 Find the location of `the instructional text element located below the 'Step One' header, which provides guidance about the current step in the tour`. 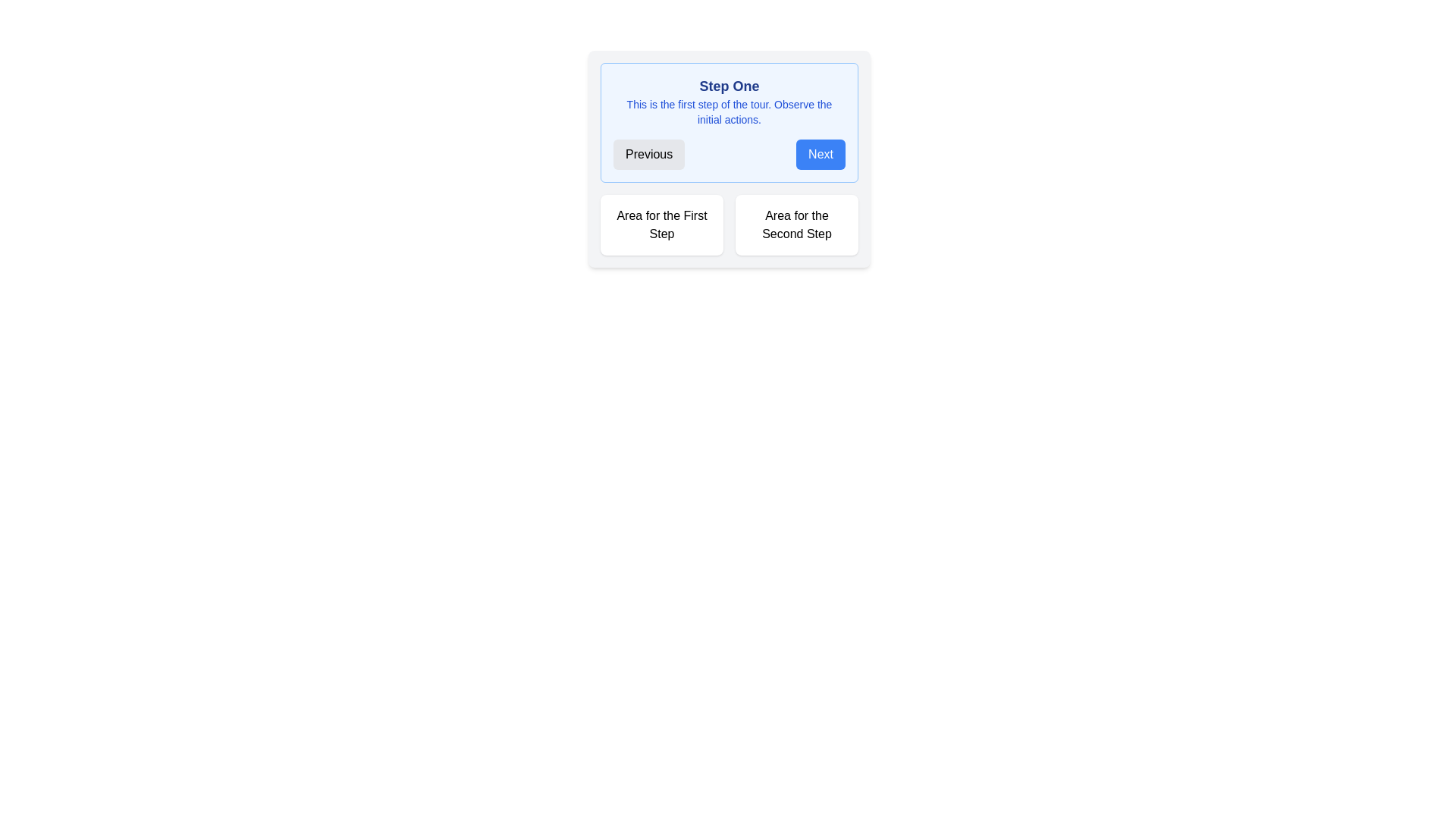

the instructional text element located below the 'Step One' header, which provides guidance about the current step in the tour is located at coordinates (729, 111).